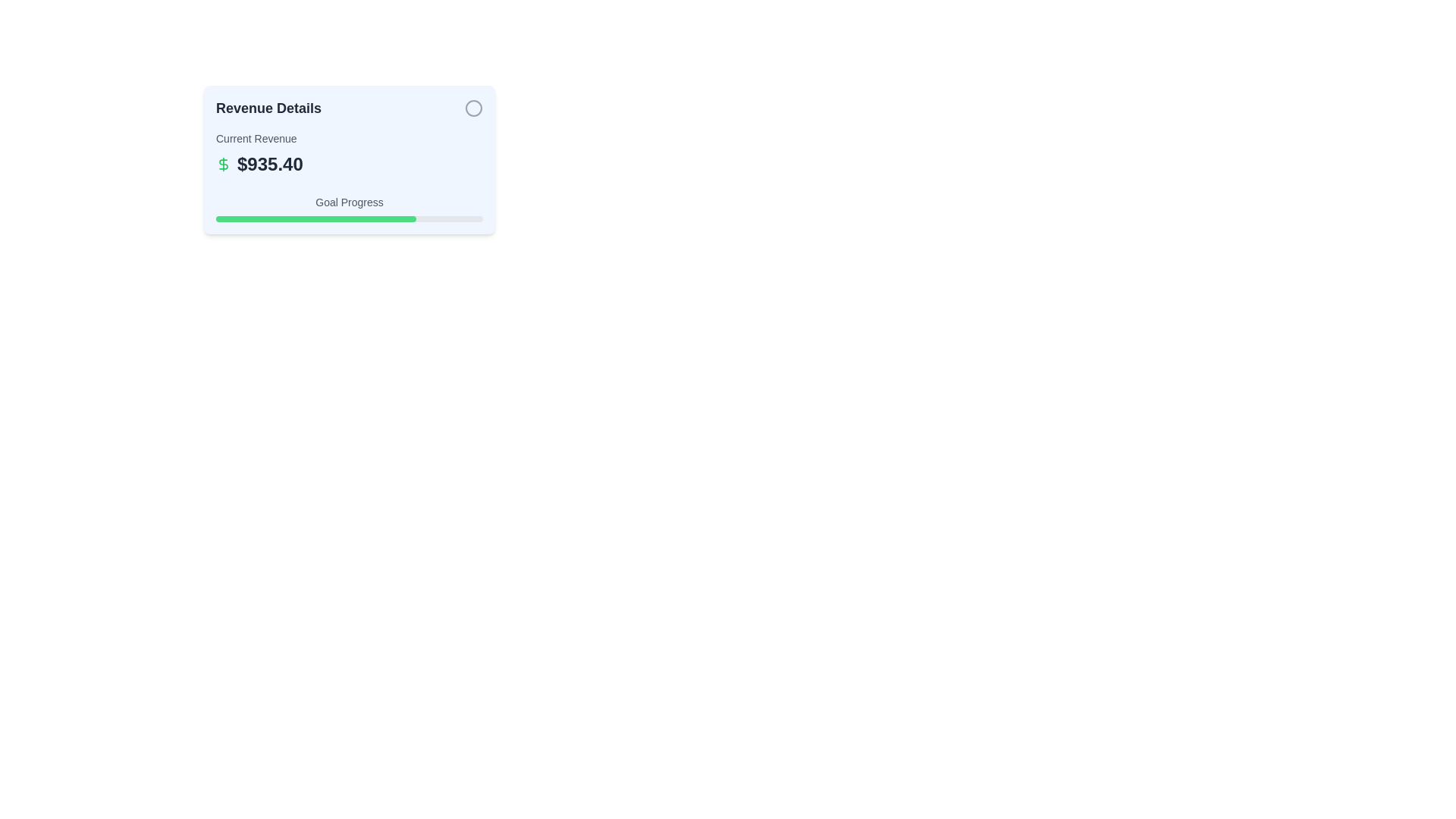  What do you see at coordinates (256, 138) in the screenshot?
I see `the 'Current Revenue' text label, which is styled with gray color and small font size, located within the 'Revenue Details' card interface above the numerical revenue value '$935.40'` at bounding box center [256, 138].